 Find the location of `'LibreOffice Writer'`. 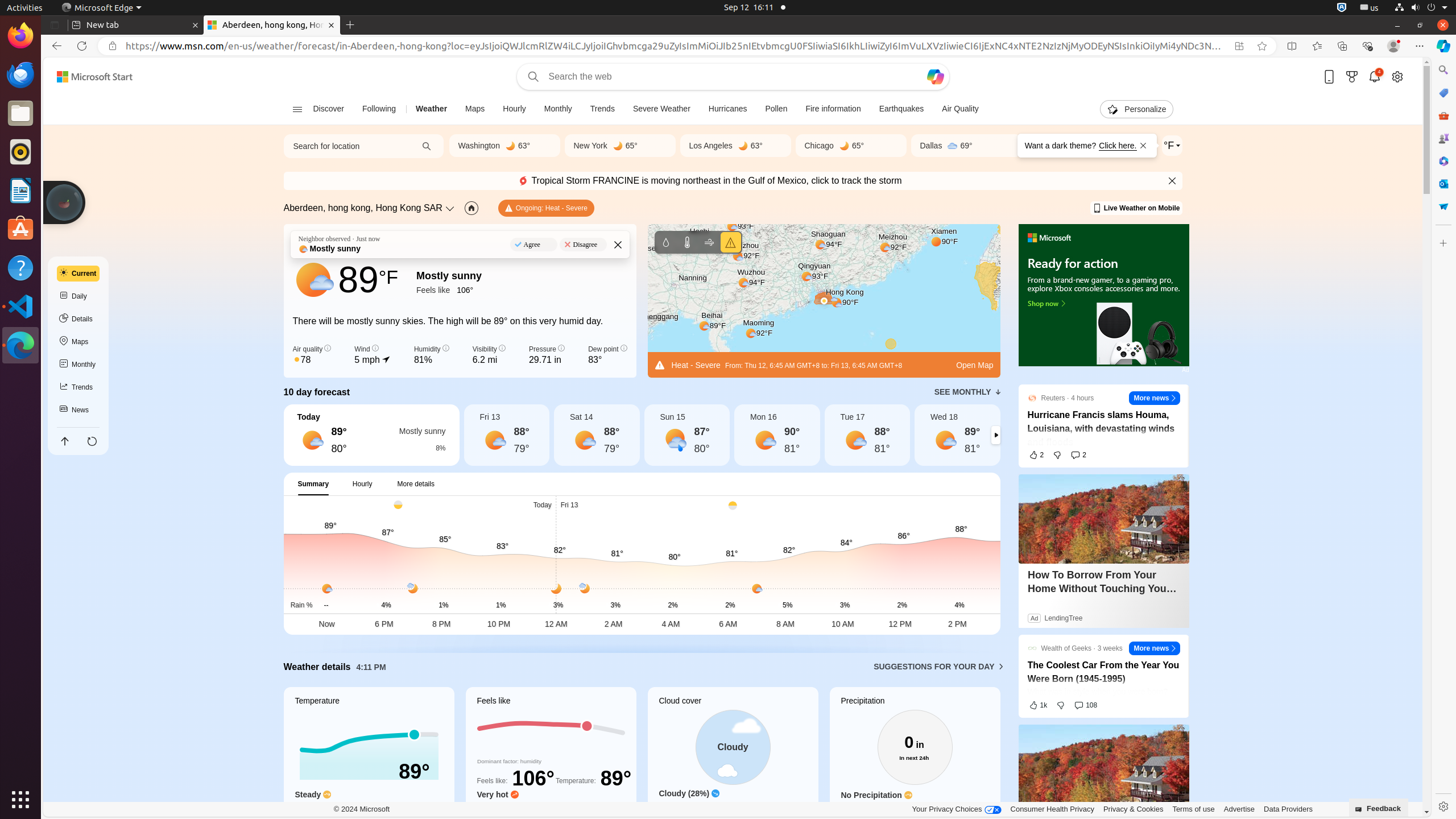

'LibreOffice Writer' is located at coordinates (20, 189).